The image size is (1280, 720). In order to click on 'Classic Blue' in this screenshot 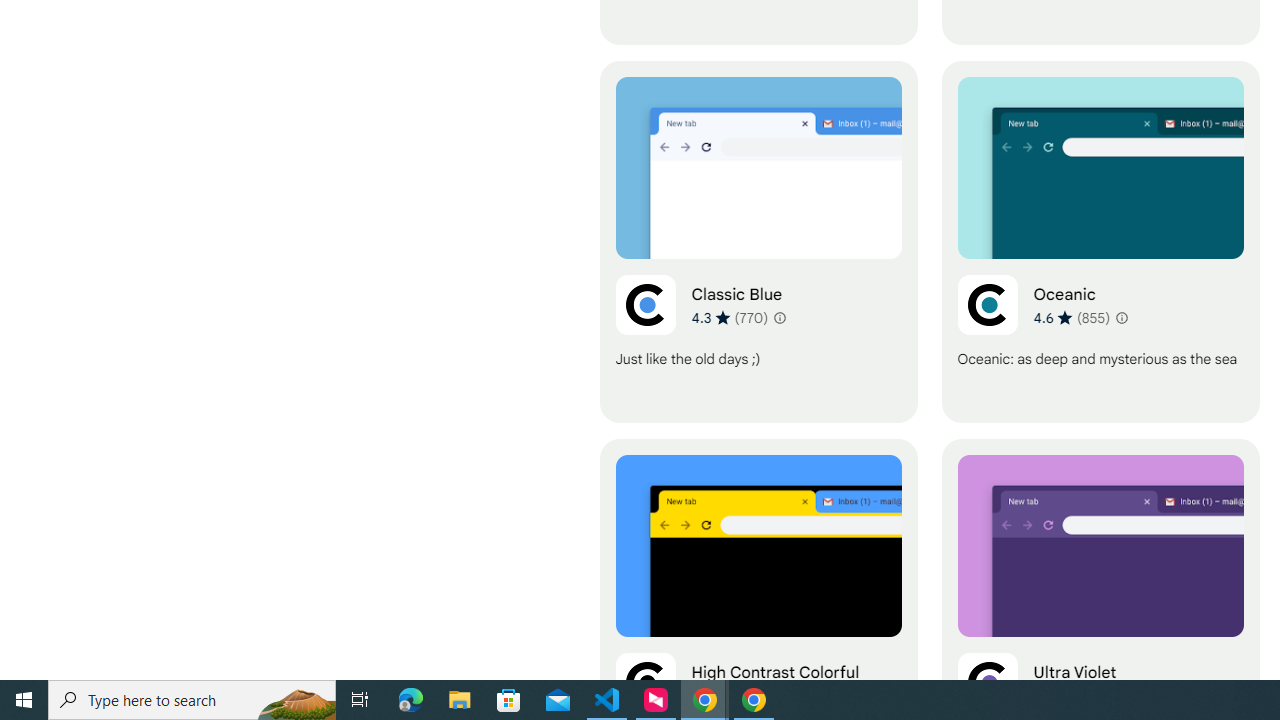, I will do `click(757, 241)`.